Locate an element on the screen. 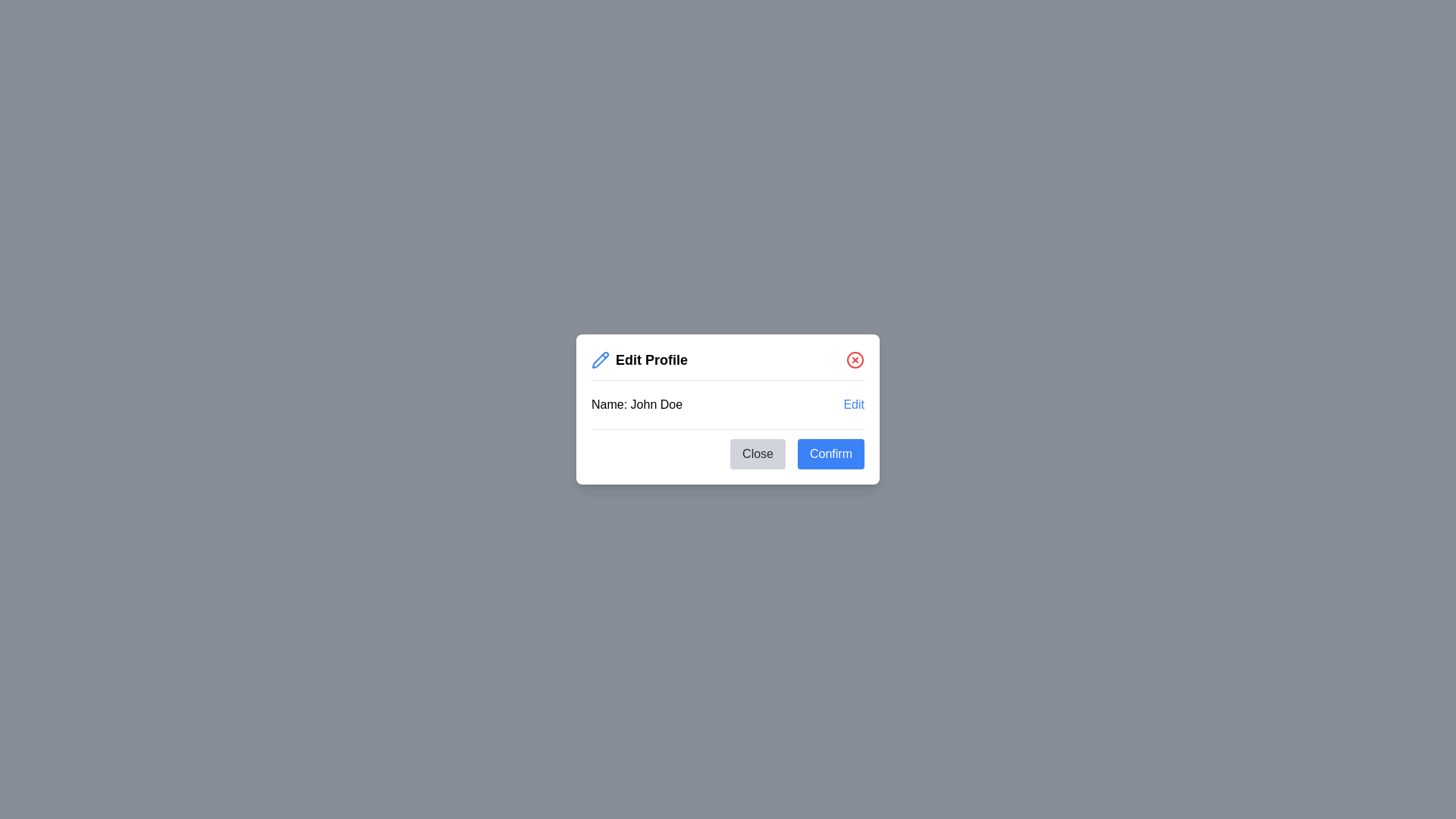 The image size is (1456, 819). the close button located in the top-right corner of the 'Edit Profile' section is located at coordinates (855, 359).